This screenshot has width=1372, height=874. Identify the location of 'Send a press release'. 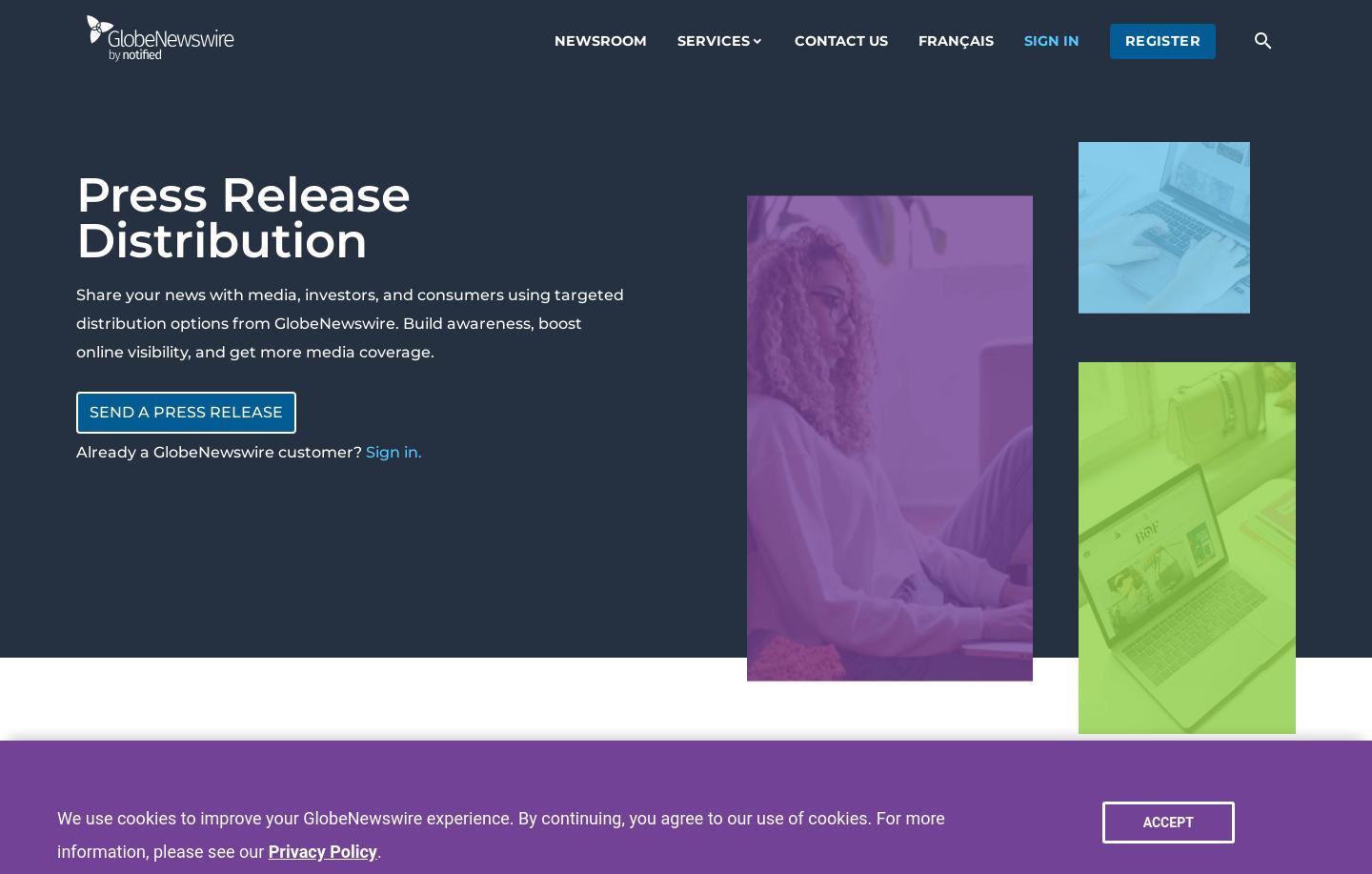
(186, 412).